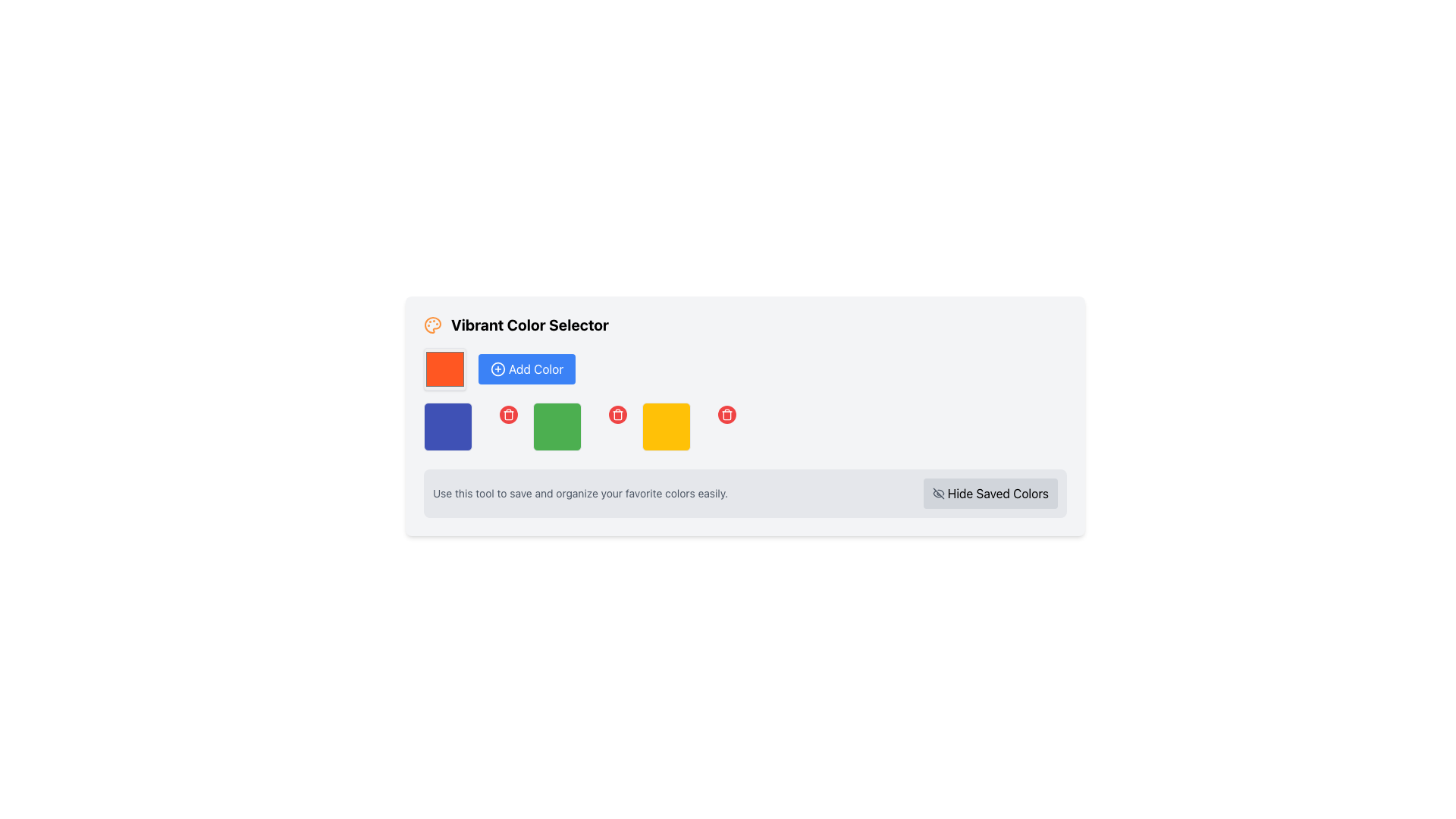  Describe the element at coordinates (666, 427) in the screenshot. I see `the color preview swatch, which is a 16x16 unit square with a solid yellow background located immediately to the right of a green square` at that location.